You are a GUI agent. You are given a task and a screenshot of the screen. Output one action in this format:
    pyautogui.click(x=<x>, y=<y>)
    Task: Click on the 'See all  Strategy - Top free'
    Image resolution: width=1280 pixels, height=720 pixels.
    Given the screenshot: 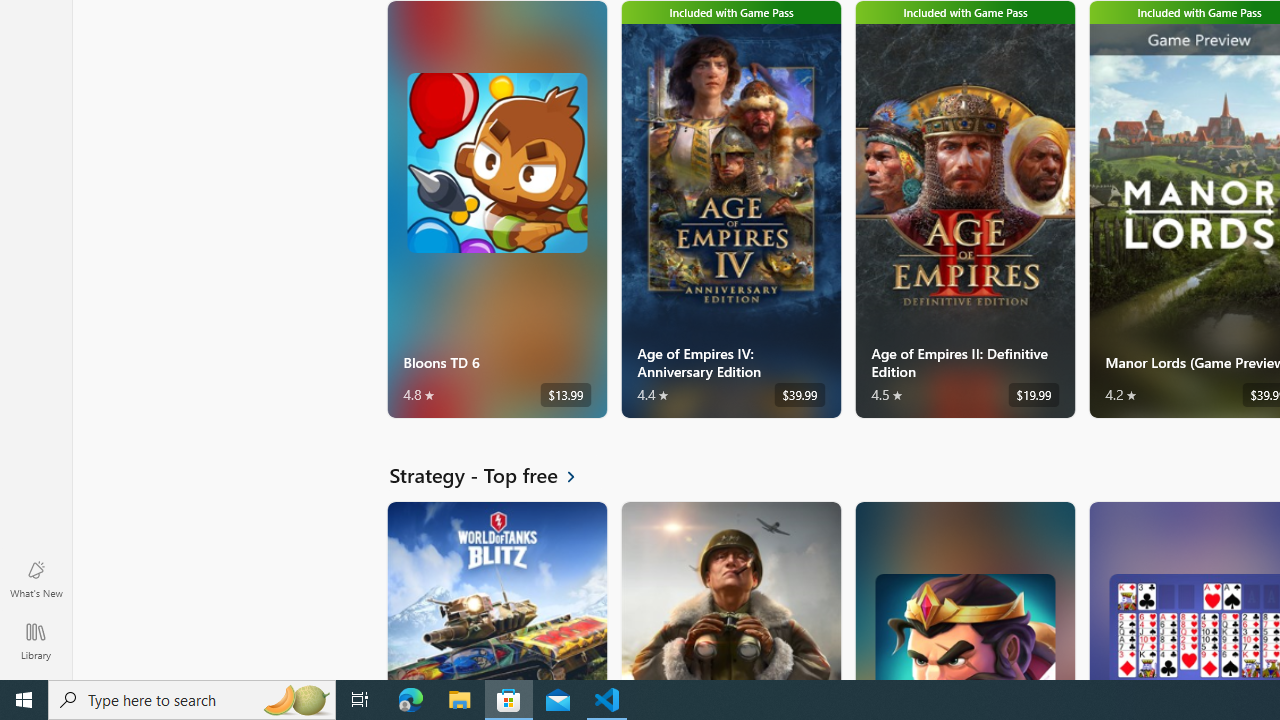 What is the action you would take?
    pyautogui.click(x=494, y=475)
    